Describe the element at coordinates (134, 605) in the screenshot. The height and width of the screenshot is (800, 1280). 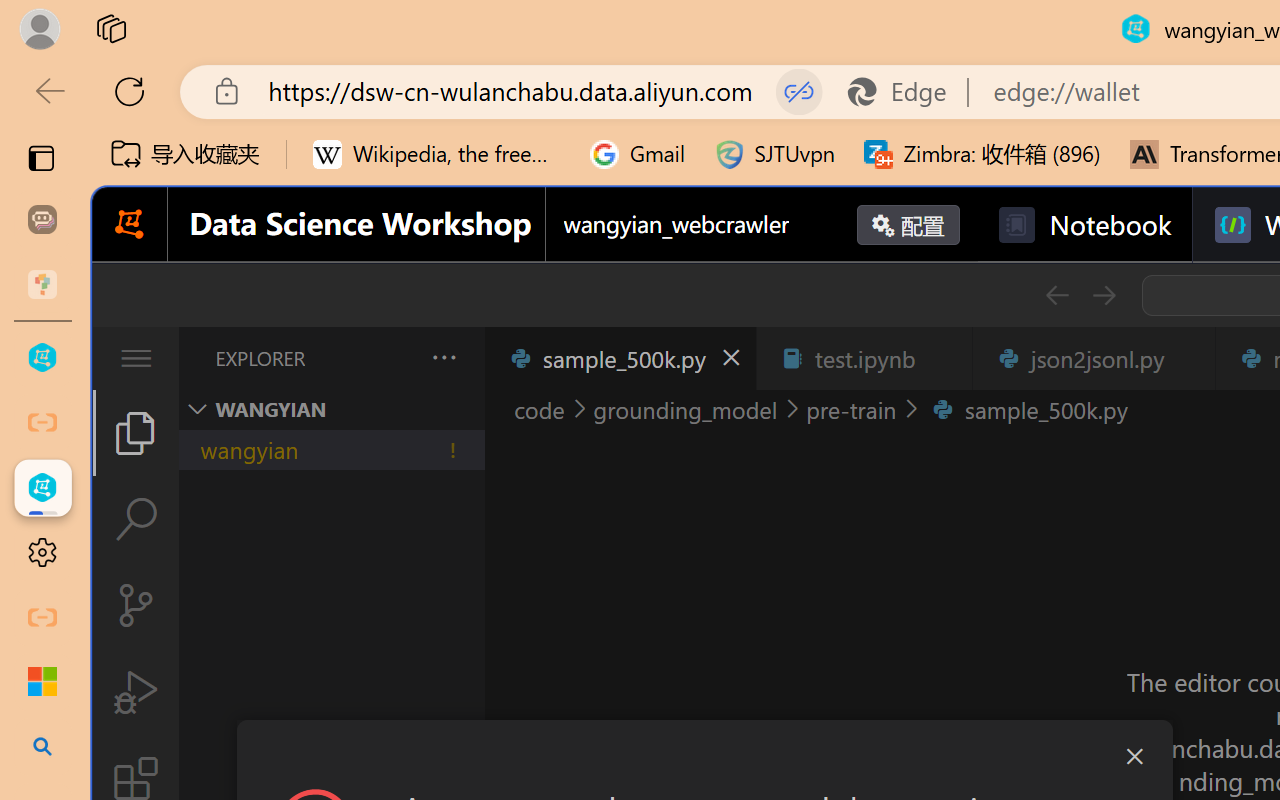
I see `'Source Control (Ctrl+Shift+G)'` at that location.